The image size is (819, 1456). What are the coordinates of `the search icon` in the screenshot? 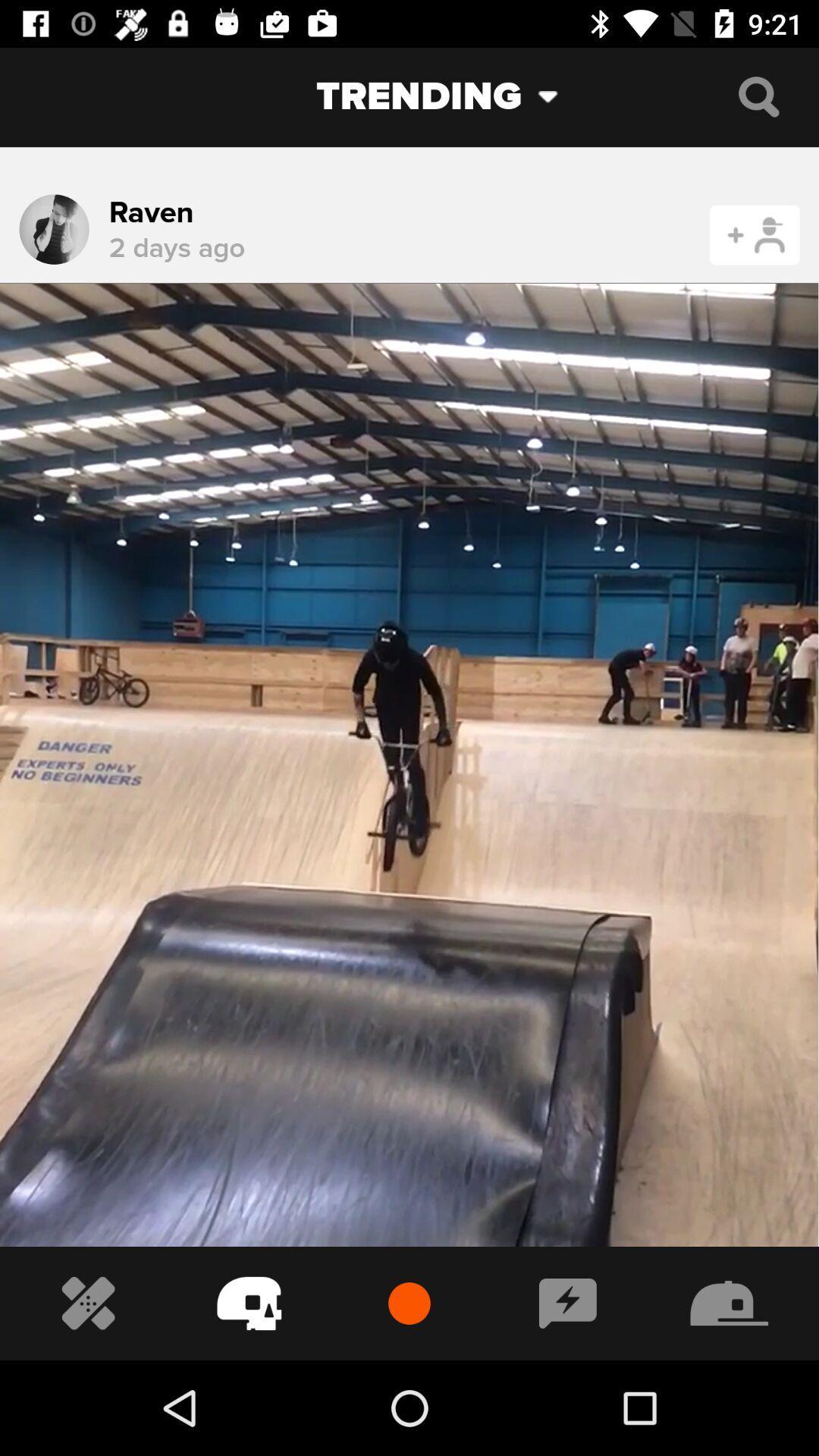 It's located at (758, 96).